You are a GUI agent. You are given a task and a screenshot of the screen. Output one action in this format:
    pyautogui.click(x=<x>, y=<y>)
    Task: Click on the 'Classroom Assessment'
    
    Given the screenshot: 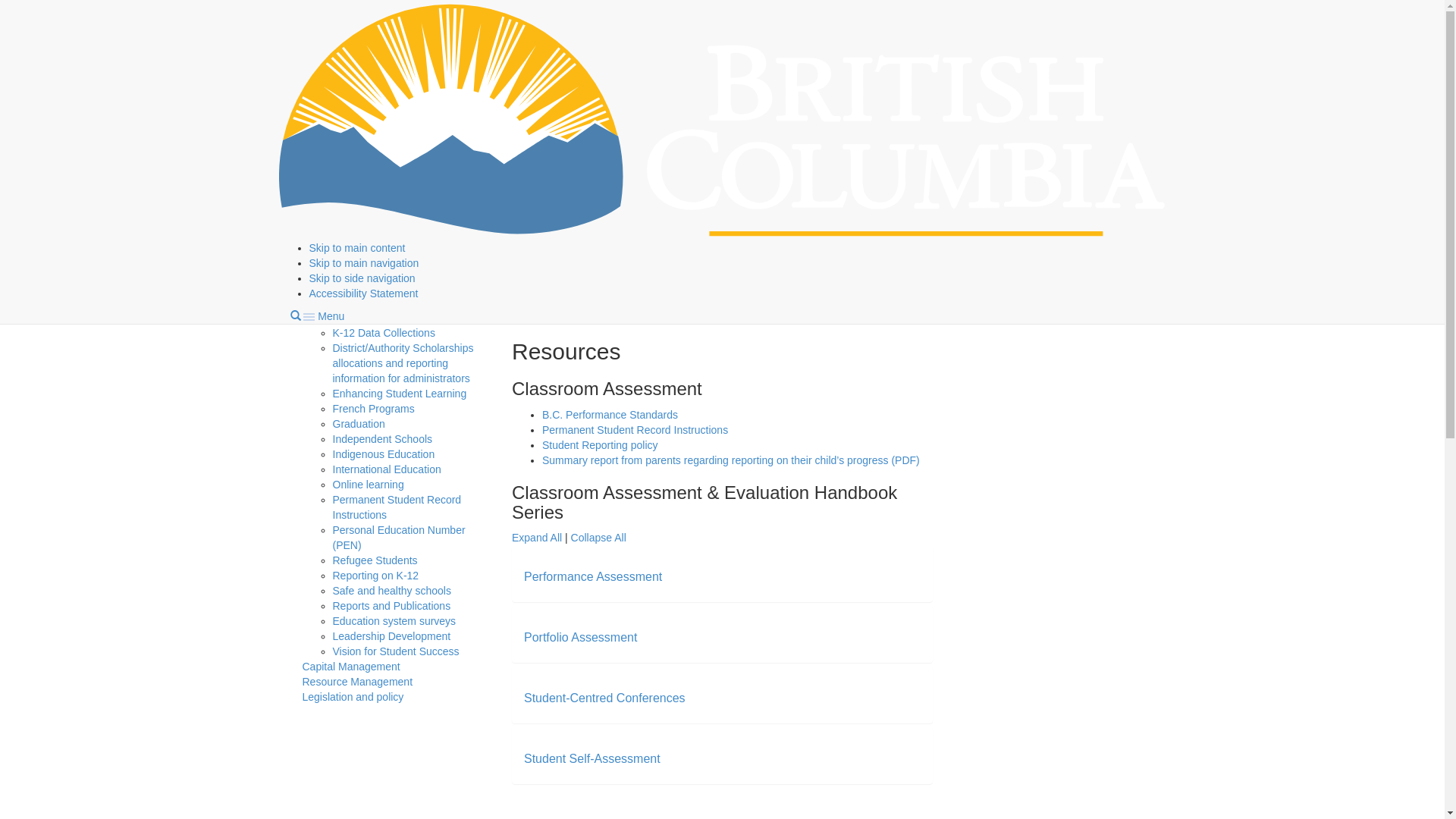 What is the action you would take?
    pyautogui.click(x=418, y=134)
    